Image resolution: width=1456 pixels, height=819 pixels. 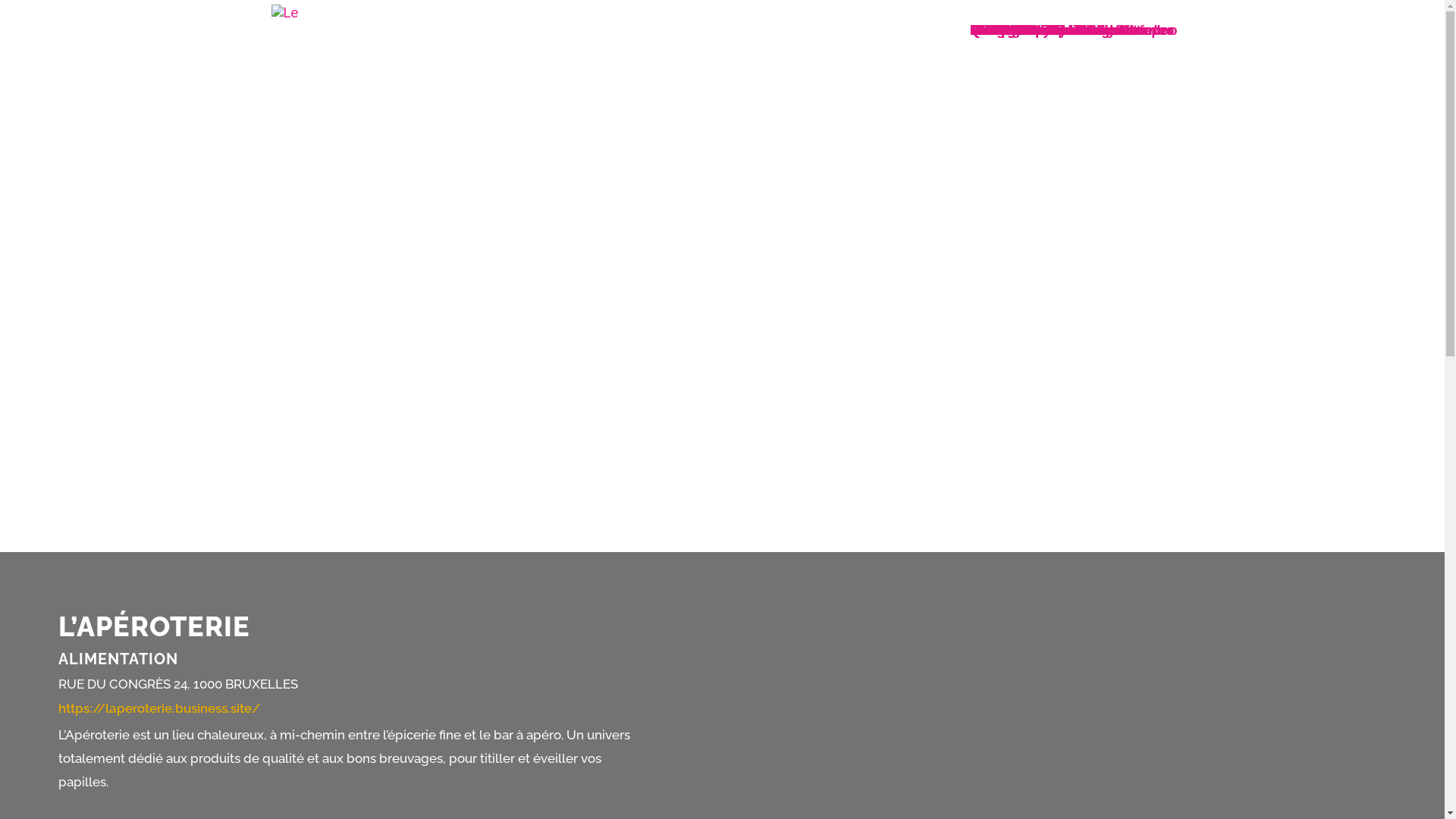 I want to click on 'Rue Neuve et alentours', so click(x=968, y=30).